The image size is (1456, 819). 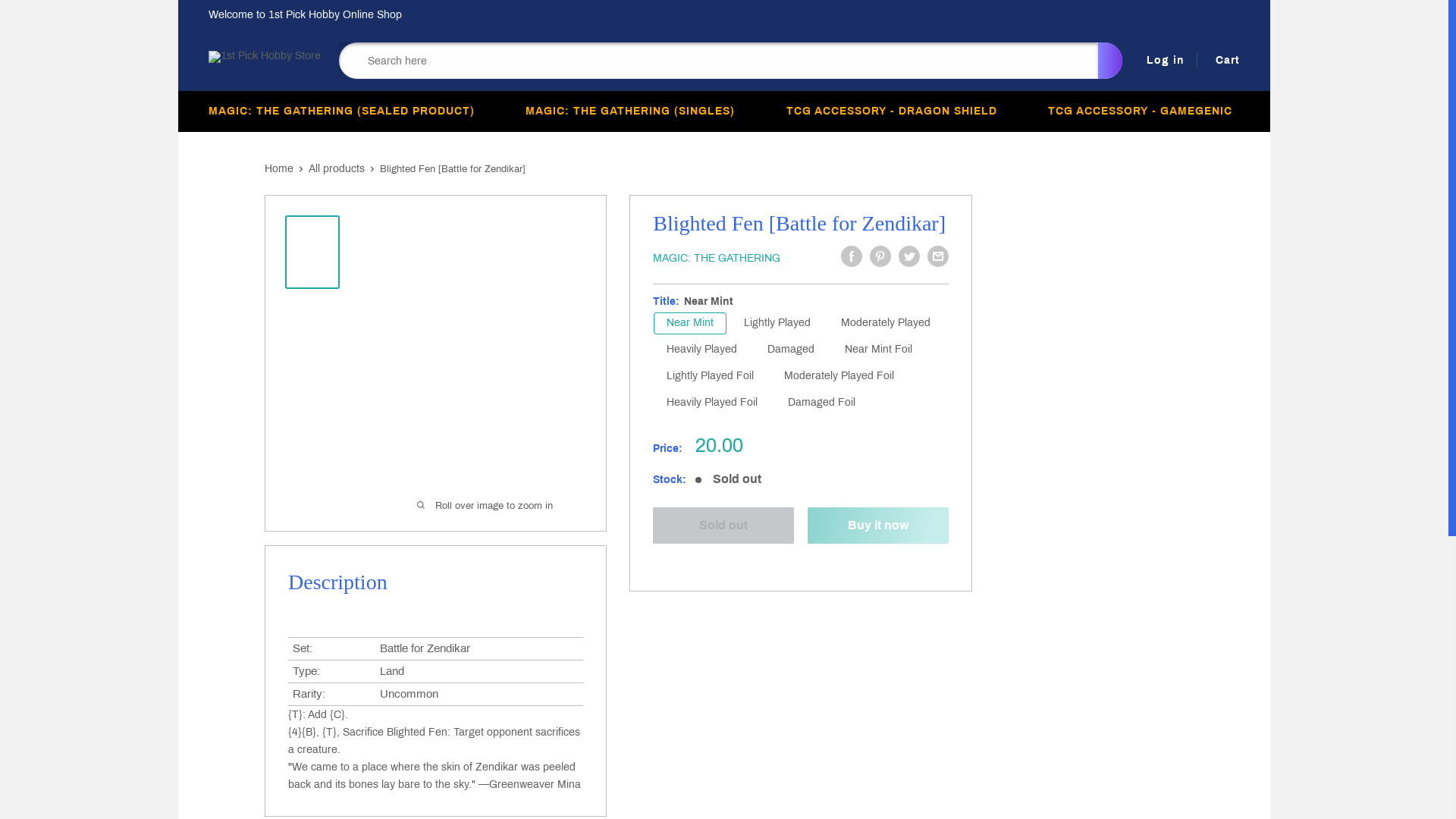 What do you see at coordinates (716, 257) in the screenshot?
I see `'MAGIC: THE GATHERING'` at bounding box center [716, 257].